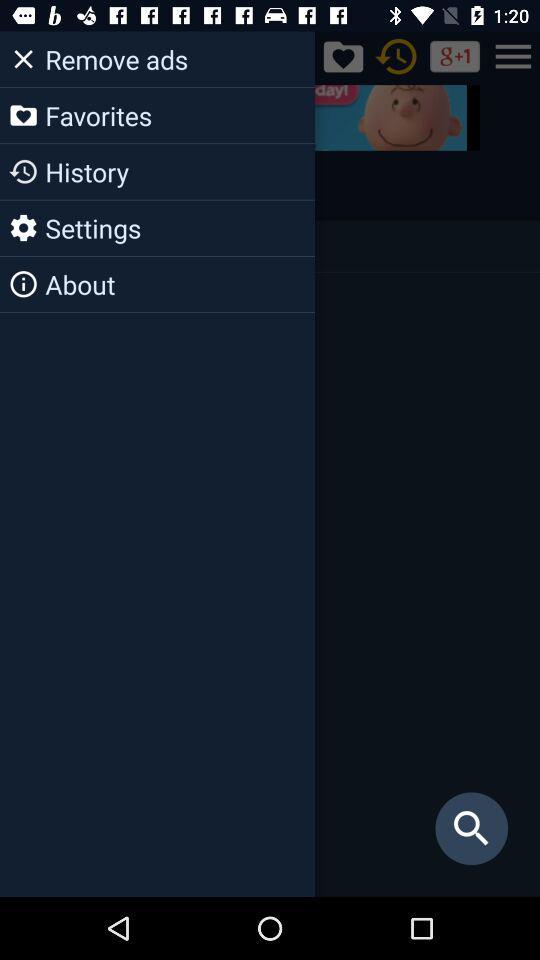  I want to click on the close icon, so click(25, 55).